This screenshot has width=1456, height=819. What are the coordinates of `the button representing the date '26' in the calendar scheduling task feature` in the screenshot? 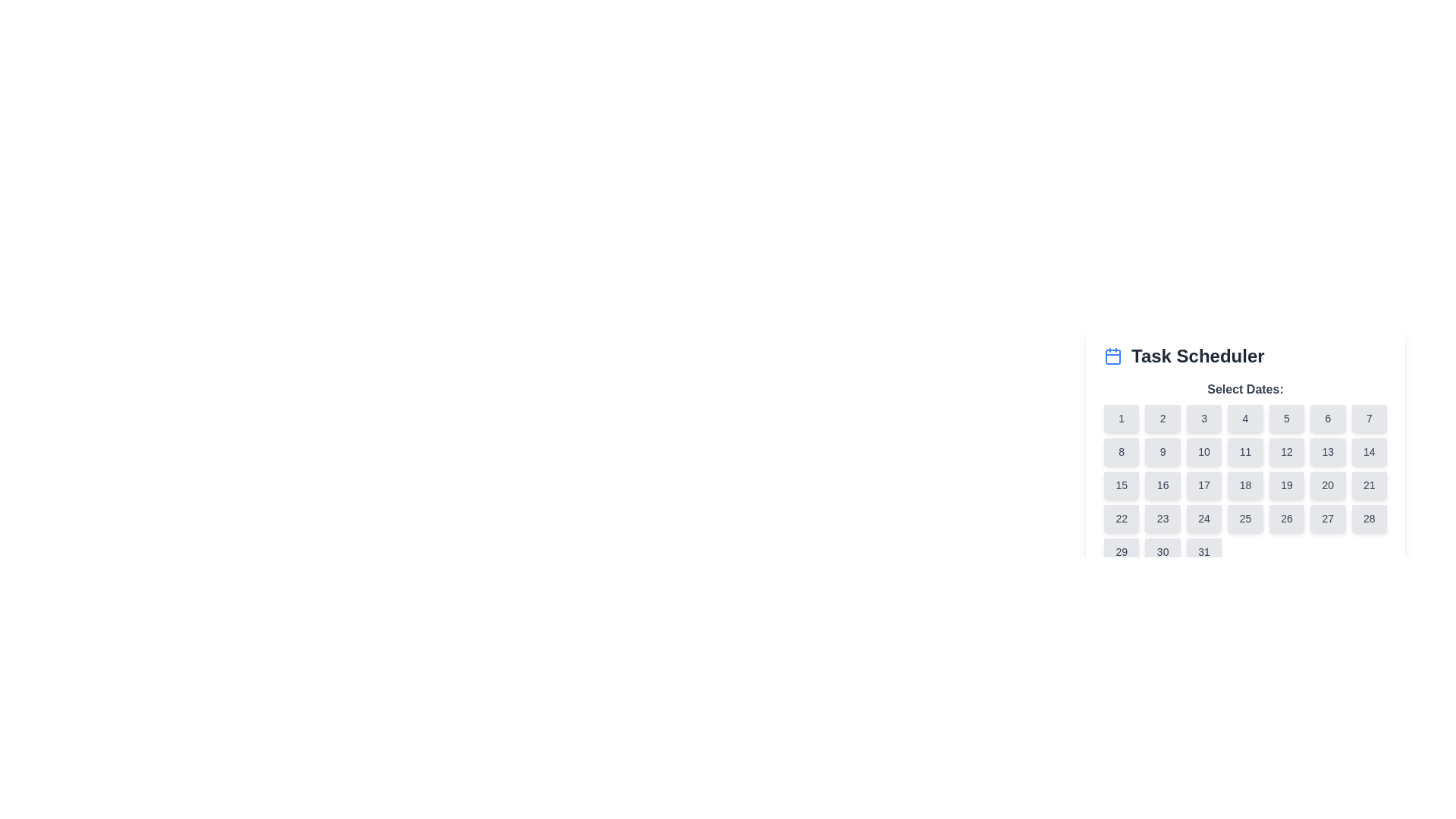 It's located at (1285, 517).